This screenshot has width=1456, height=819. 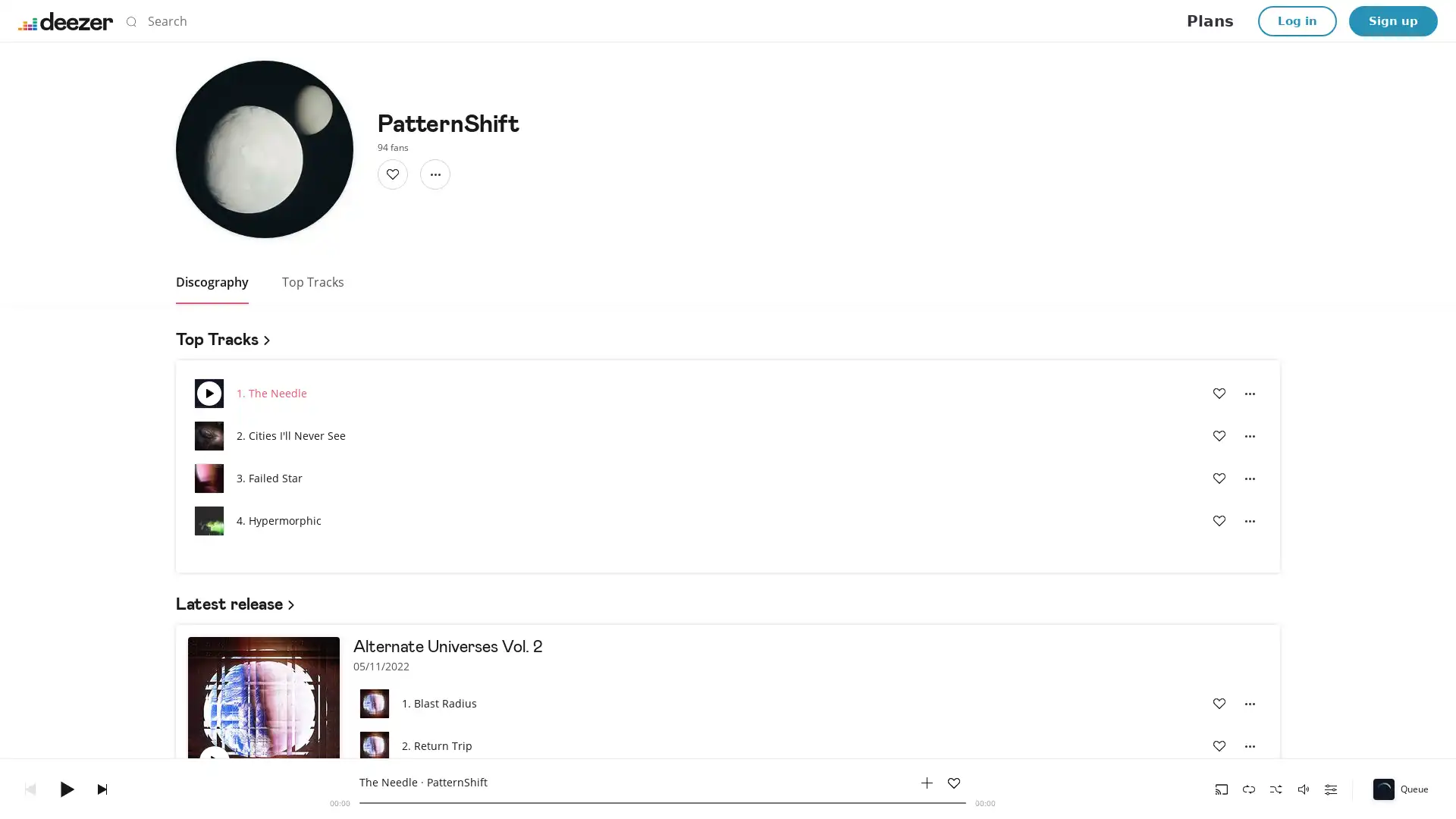 What do you see at coordinates (1219, 393) in the screenshot?
I see `Add to Favorite tracks` at bounding box center [1219, 393].